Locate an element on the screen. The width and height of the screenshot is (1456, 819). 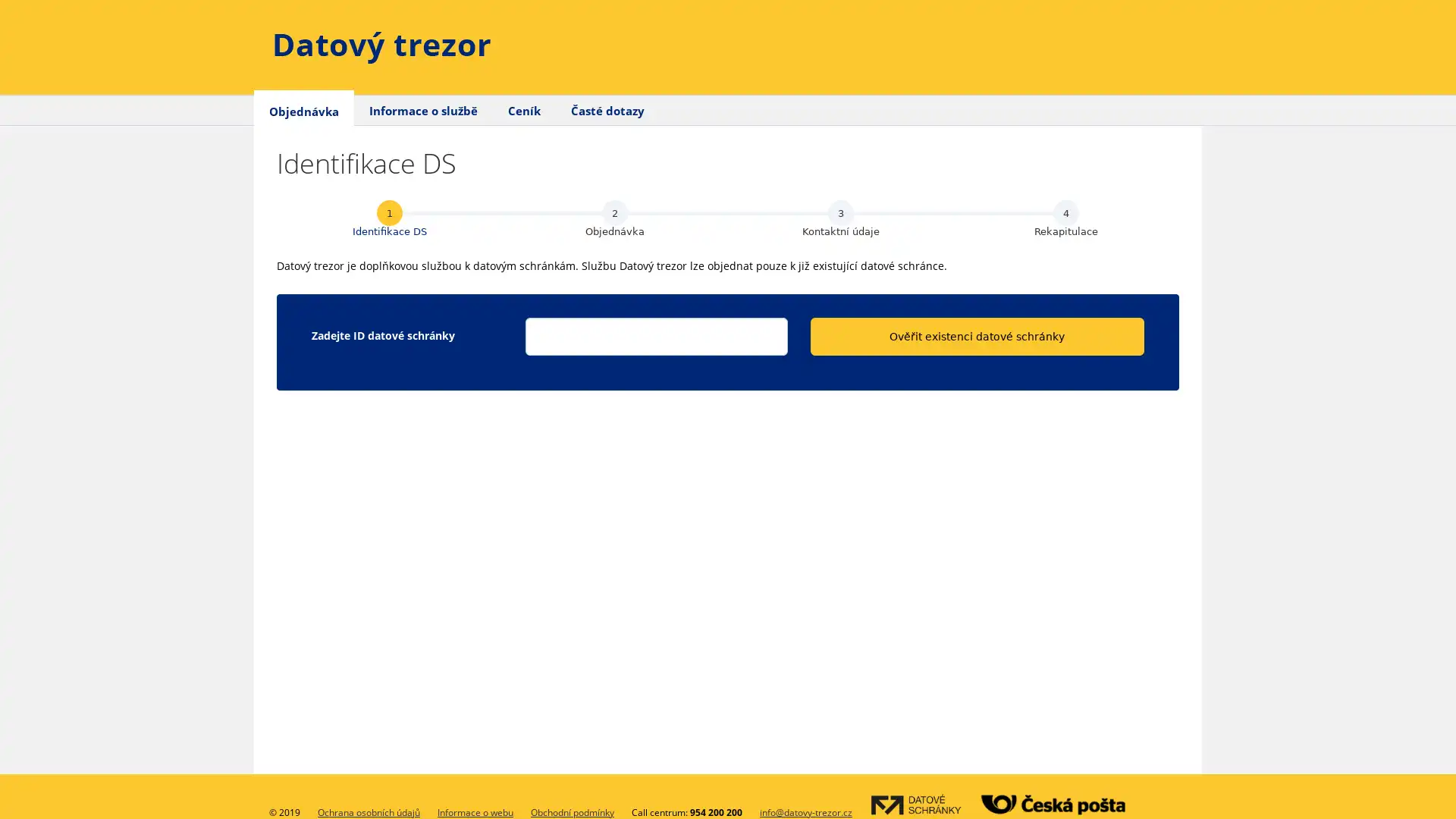
4 Rekapitulace is located at coordinates (1065, 218).